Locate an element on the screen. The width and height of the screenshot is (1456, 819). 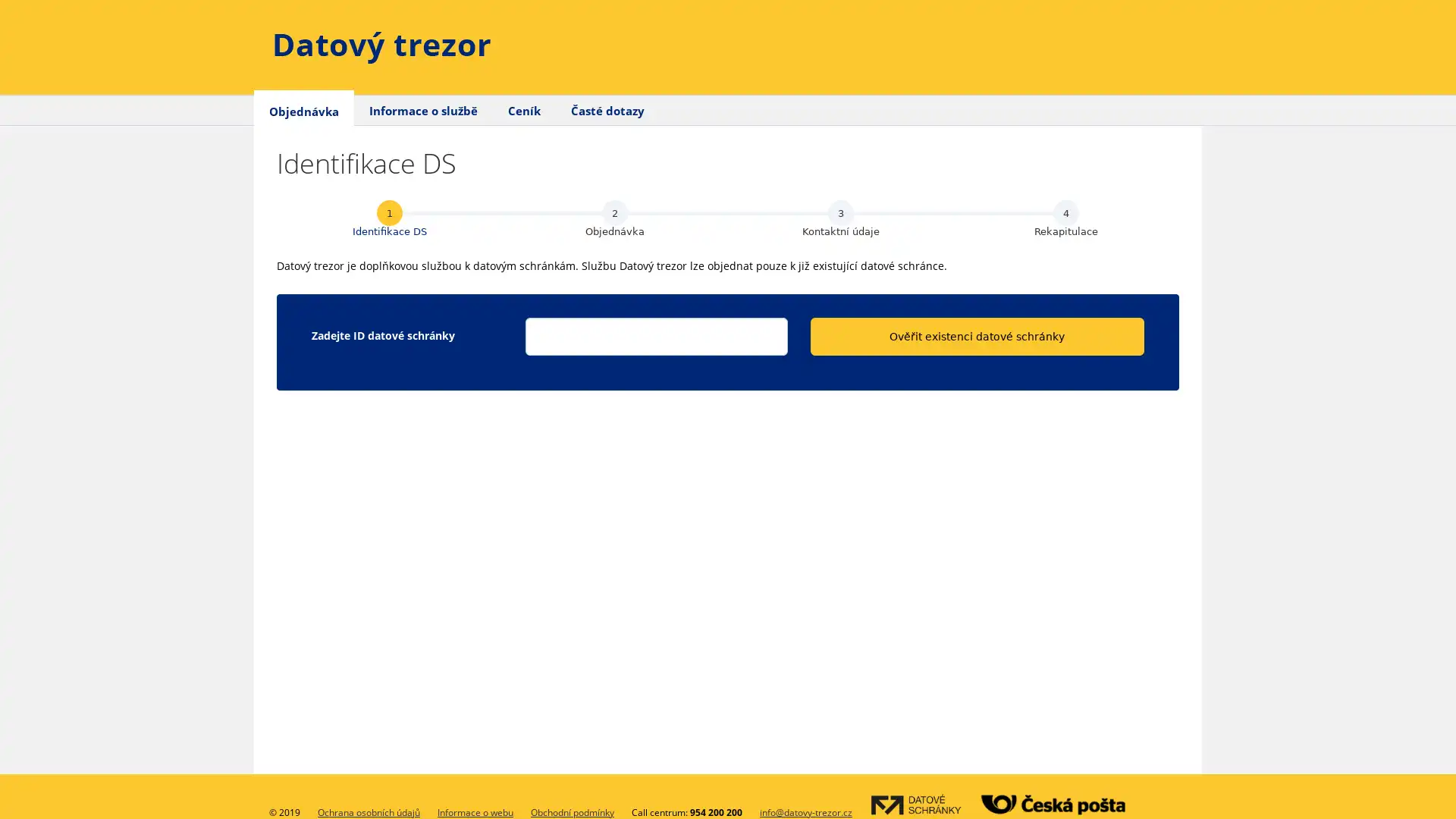
4 Rekapitulace is located at coordinates (1065, 218).